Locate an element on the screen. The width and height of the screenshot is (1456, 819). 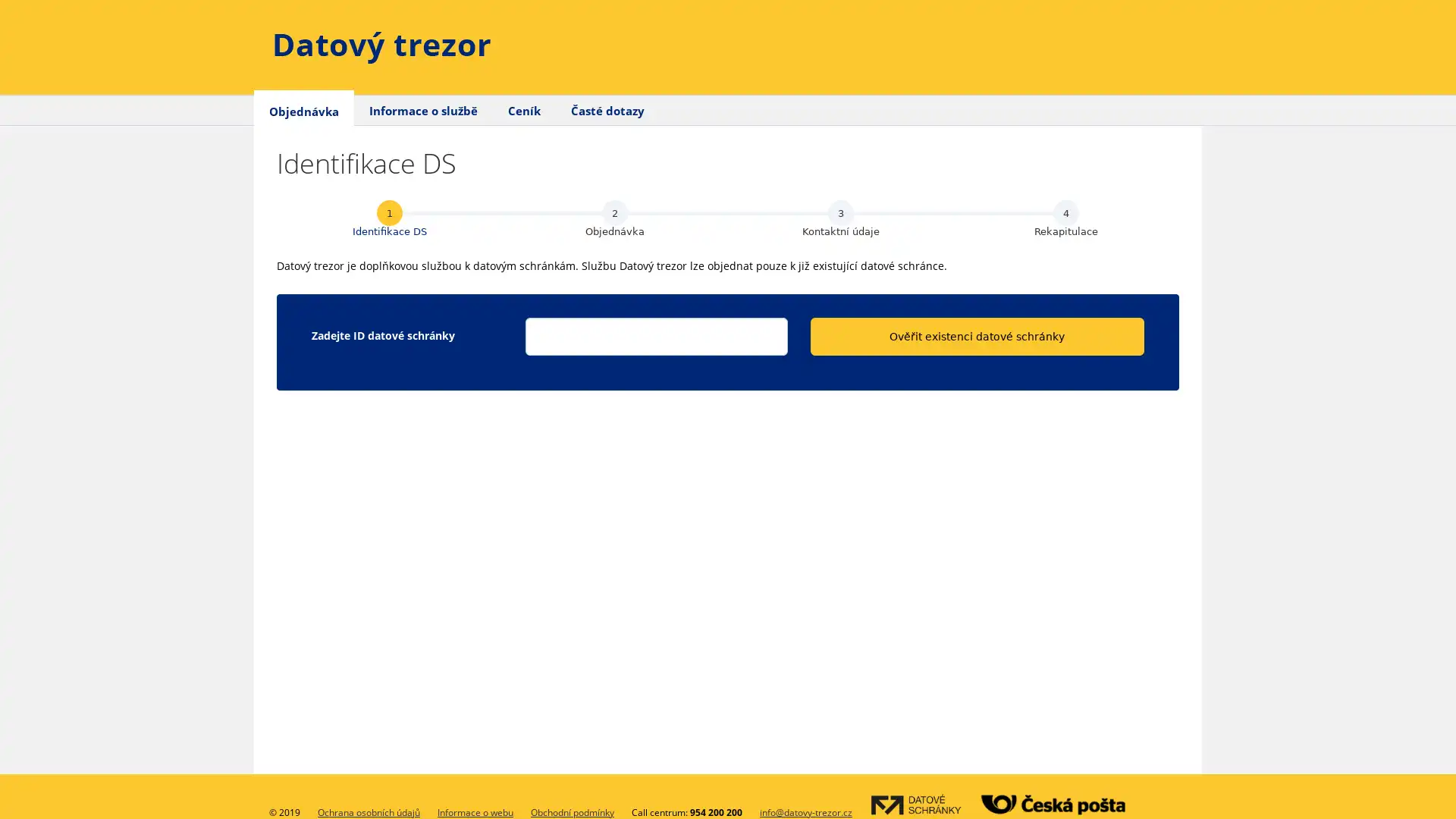
4 Rekapitulace is located at coordinates (1065, 218).